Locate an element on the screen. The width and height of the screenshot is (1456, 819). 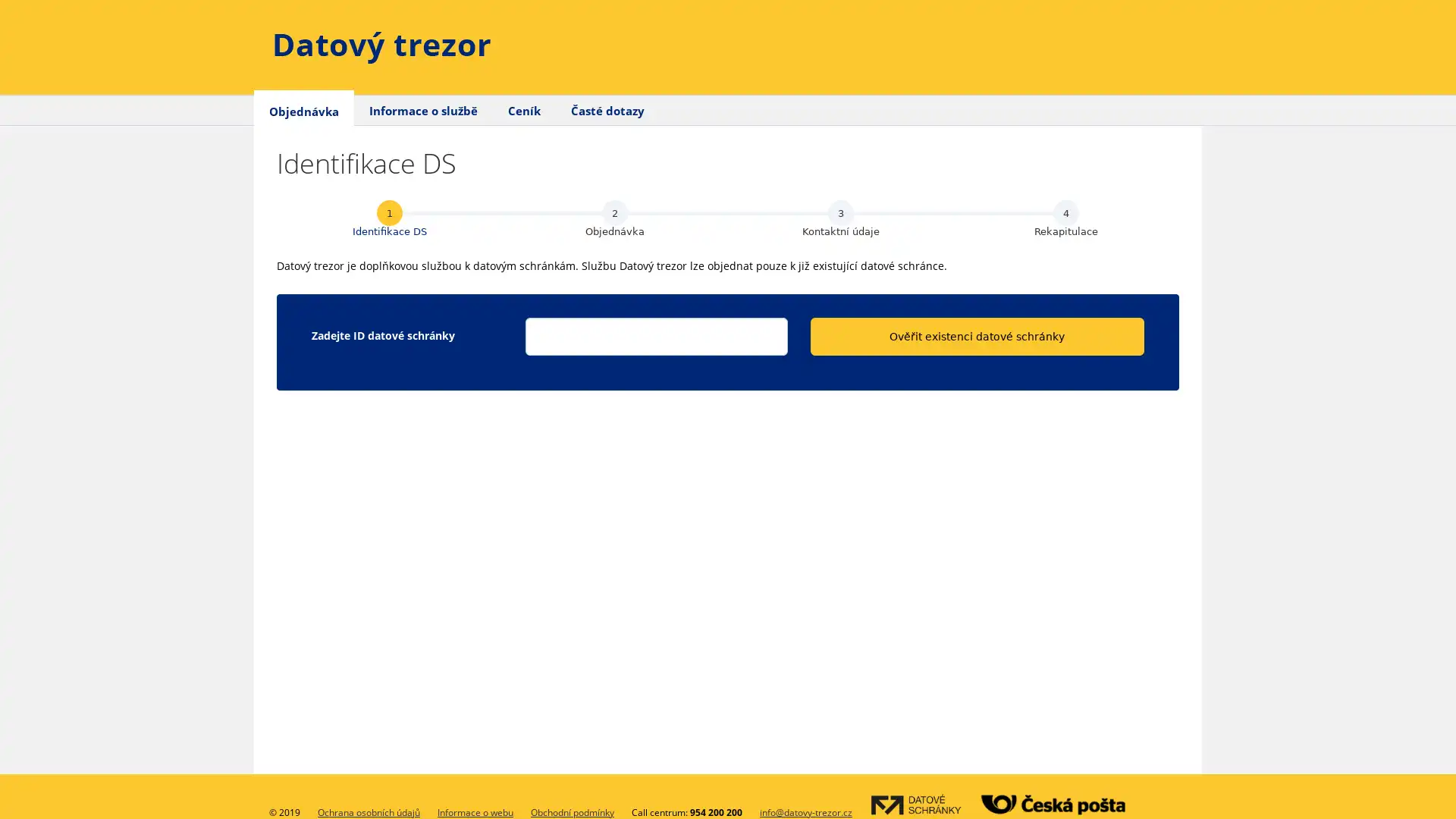
4 Rekapitulace is located at coordinates (1065, 218).